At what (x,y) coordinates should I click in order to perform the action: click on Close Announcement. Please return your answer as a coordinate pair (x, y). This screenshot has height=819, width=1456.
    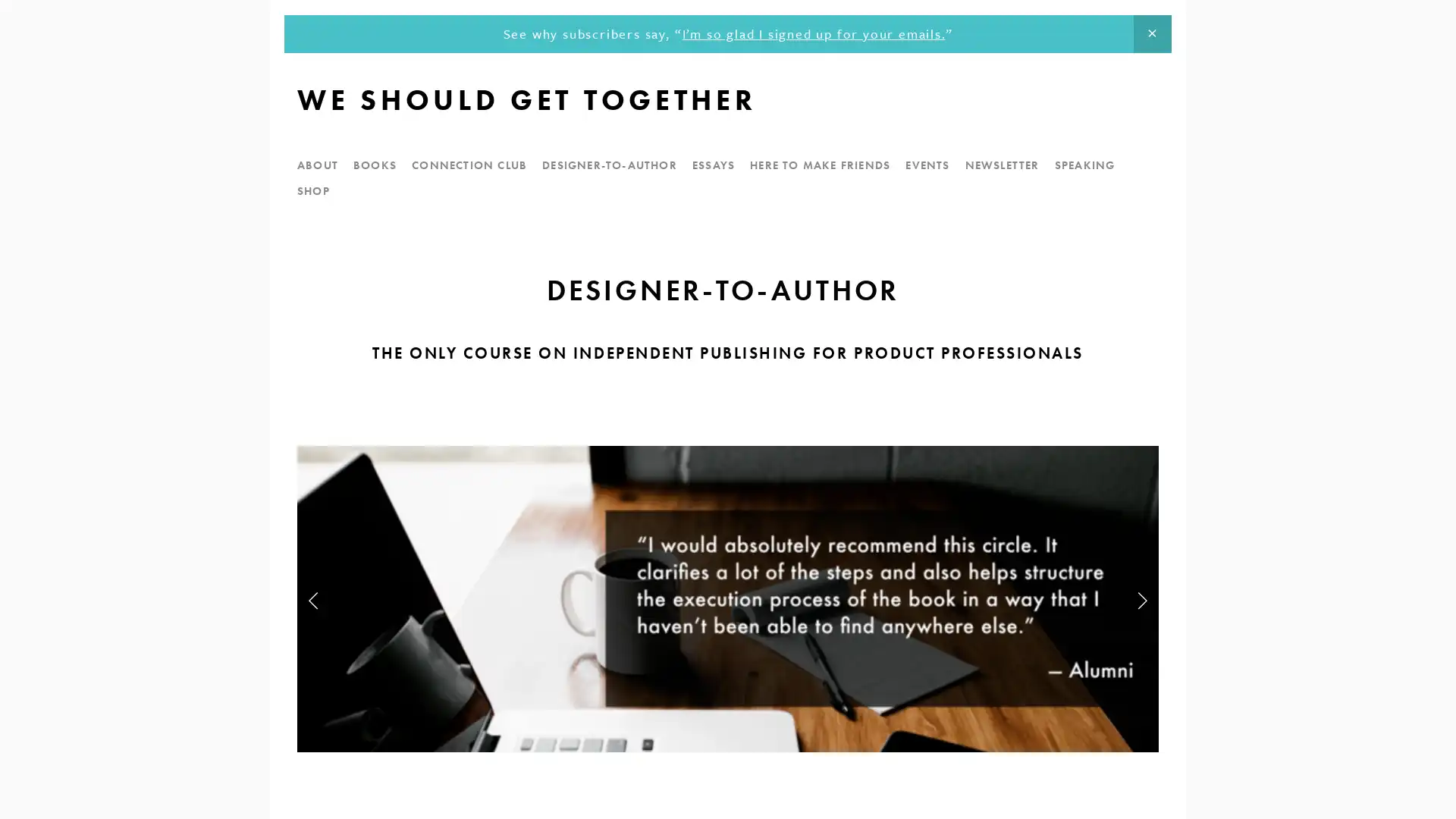
    Looking at the image, I should click on (1152, 34).